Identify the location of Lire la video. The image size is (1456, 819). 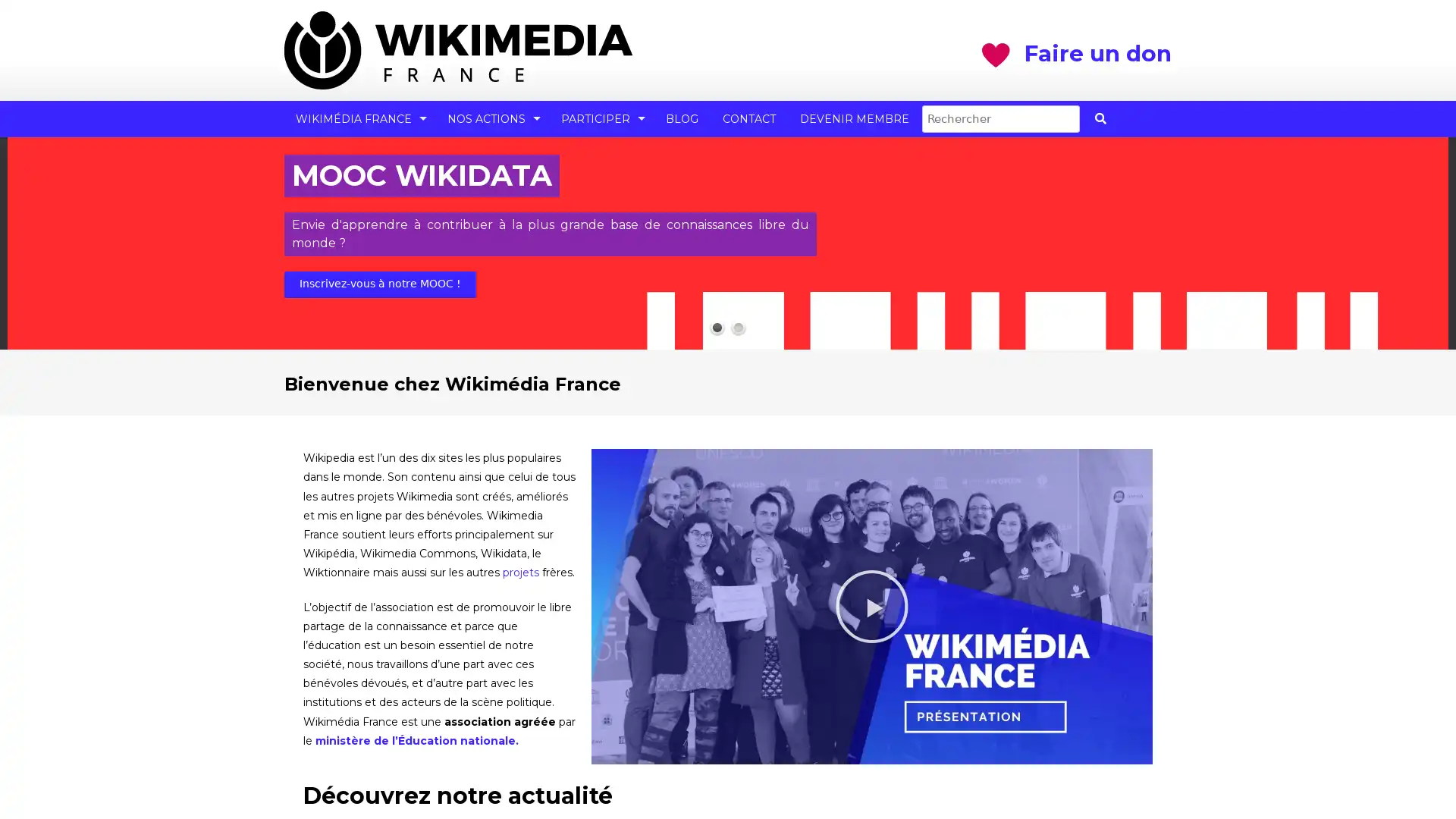
(871, 605).